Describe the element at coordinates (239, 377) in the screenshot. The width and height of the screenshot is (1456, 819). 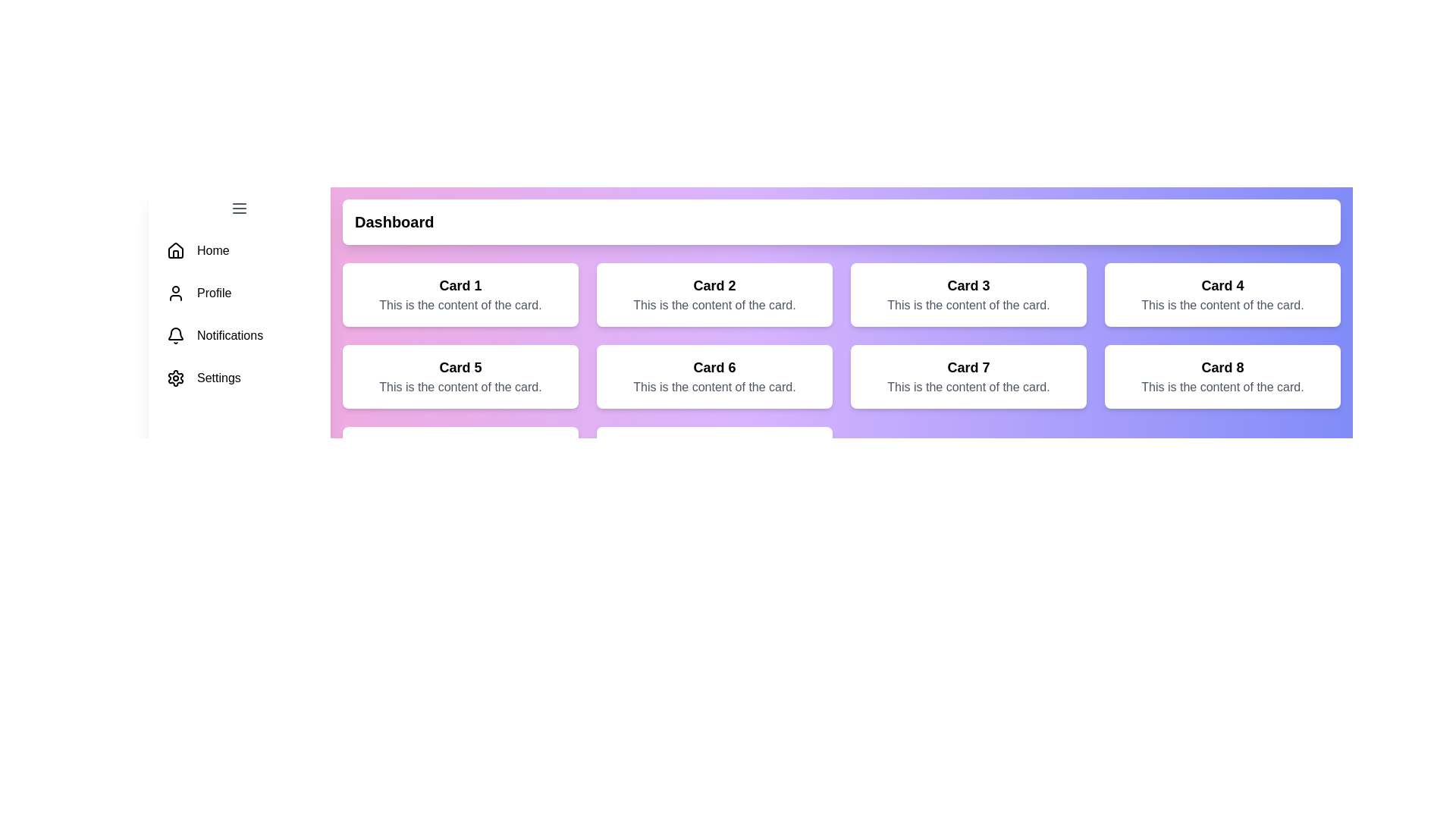
I see `the menu item Settings to navigate` at that location.